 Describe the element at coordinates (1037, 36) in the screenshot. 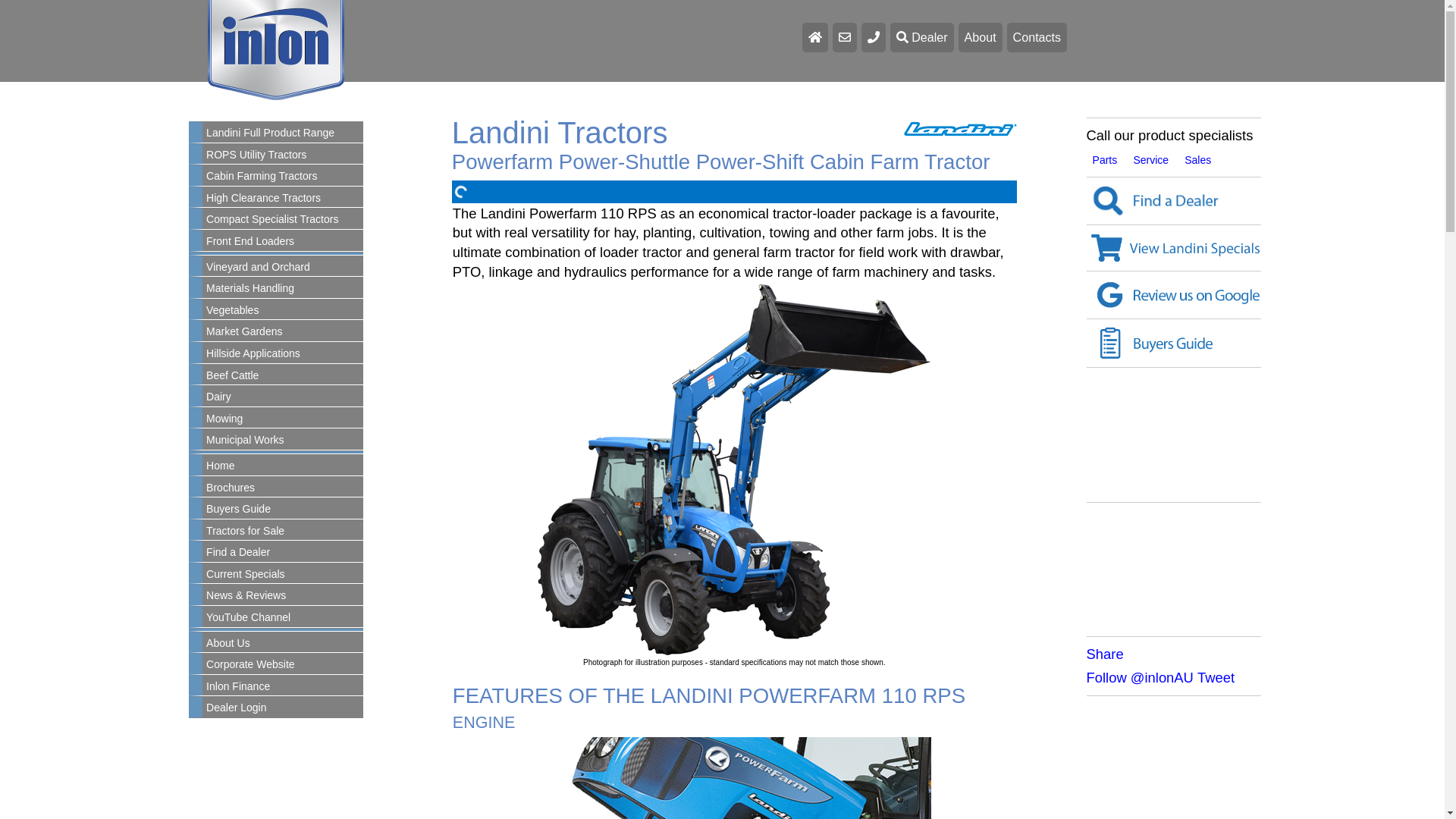

I see `'Contacts'` at that location.